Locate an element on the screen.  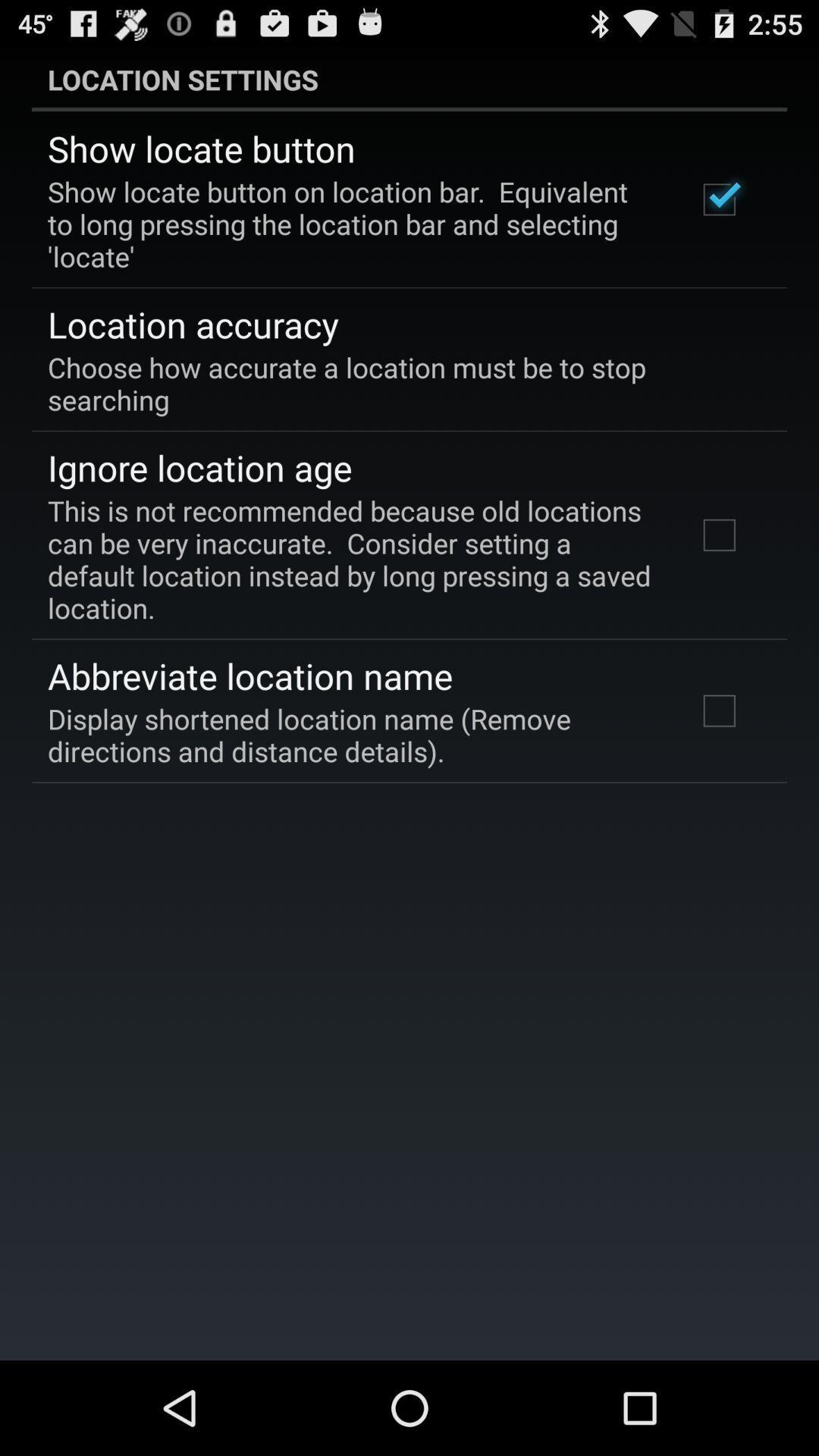
display shortened location app is located at coordinates (351, 735).